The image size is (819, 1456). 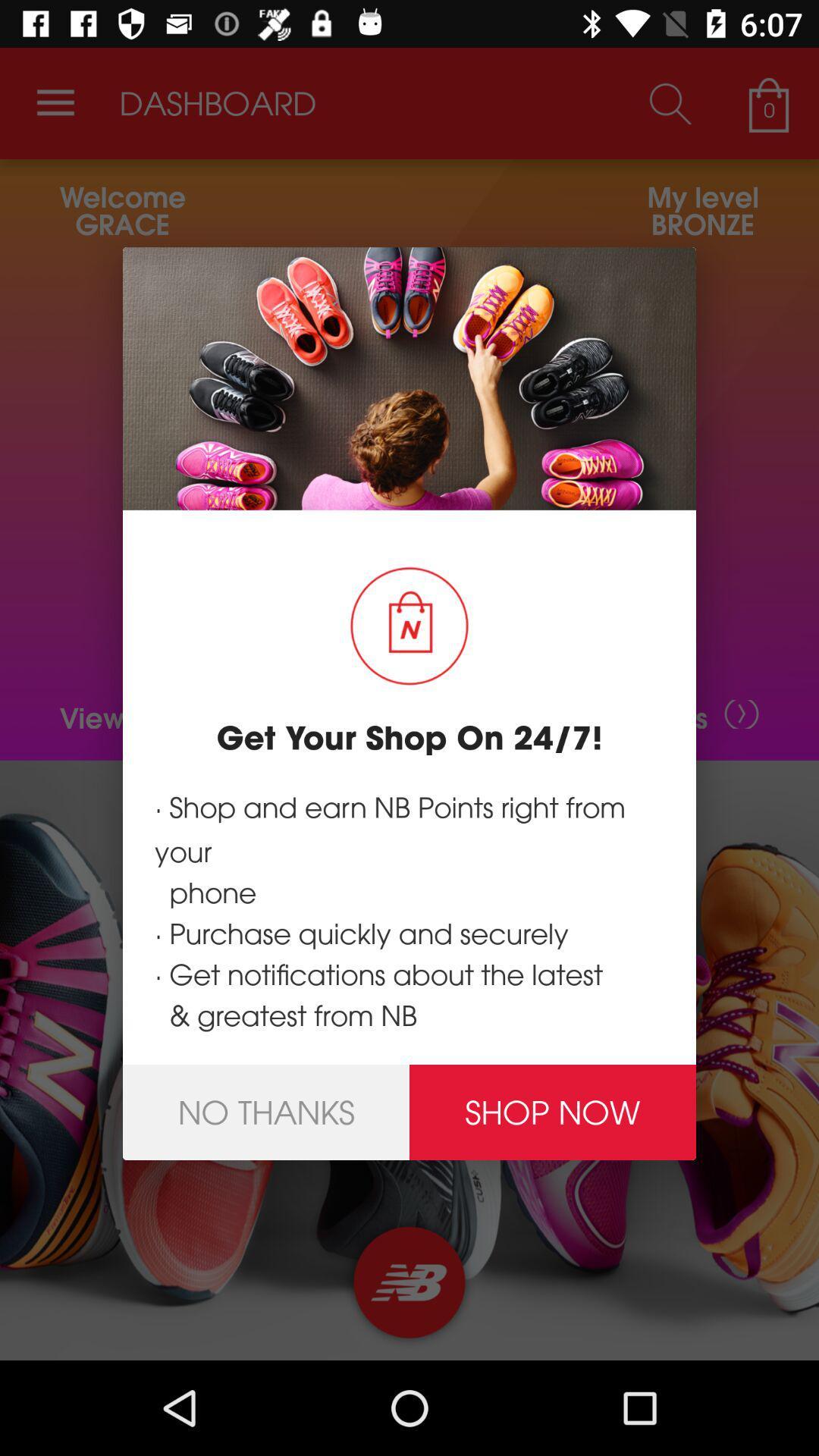 I want to click on item at the bottom left corner, so click(x=265, y=1112).